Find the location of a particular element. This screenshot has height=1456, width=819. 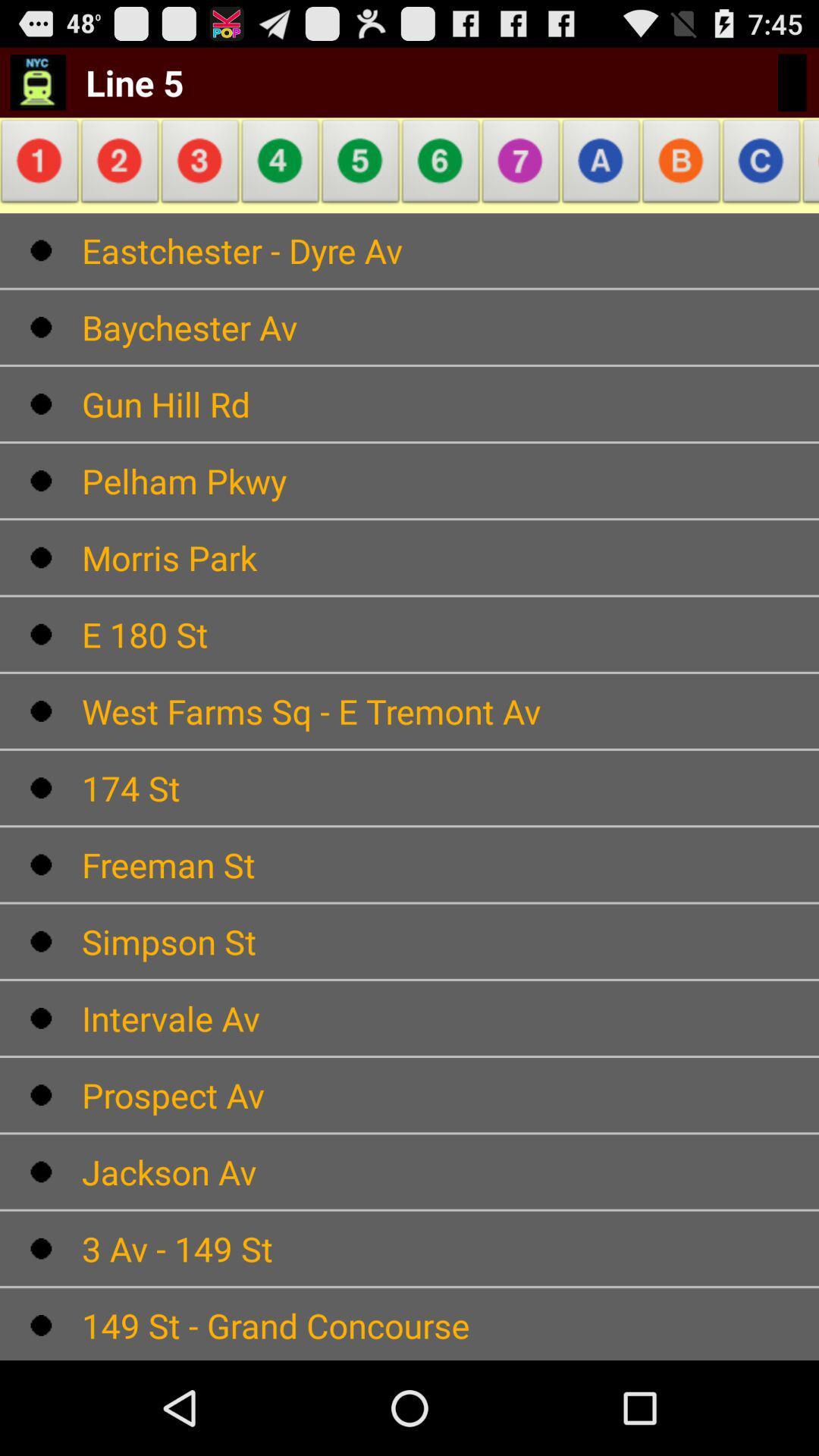

the app below line 5 item is located at coordinates (199, 165).